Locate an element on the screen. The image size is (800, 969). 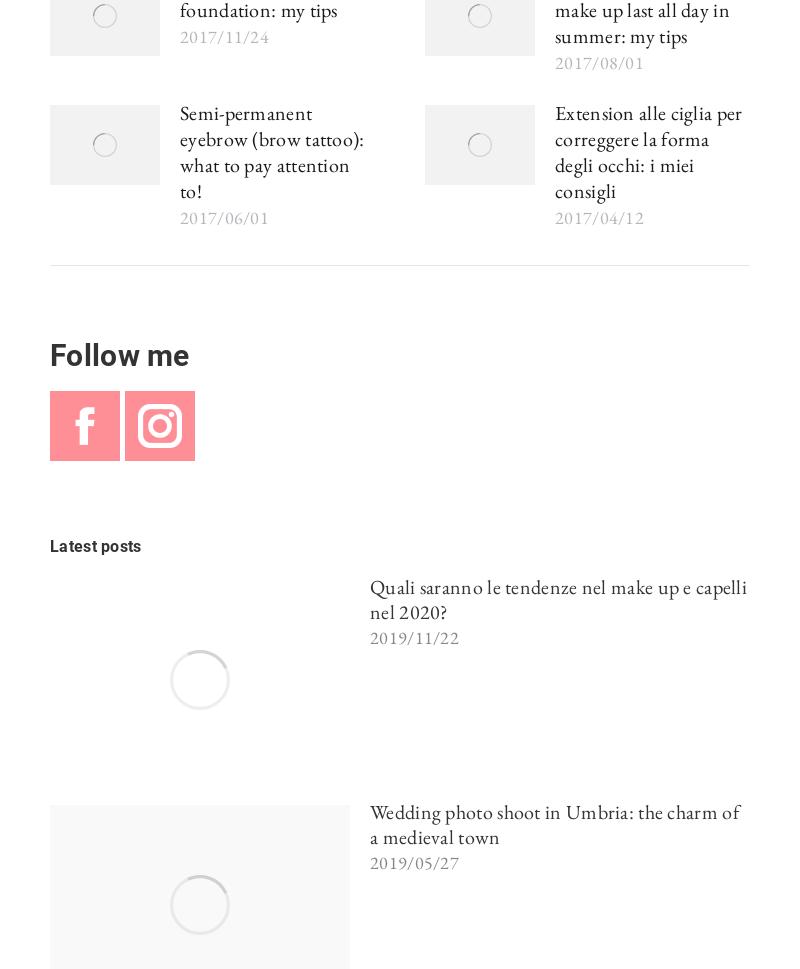
'2019/05/27' is located at coordinates (414, 861).